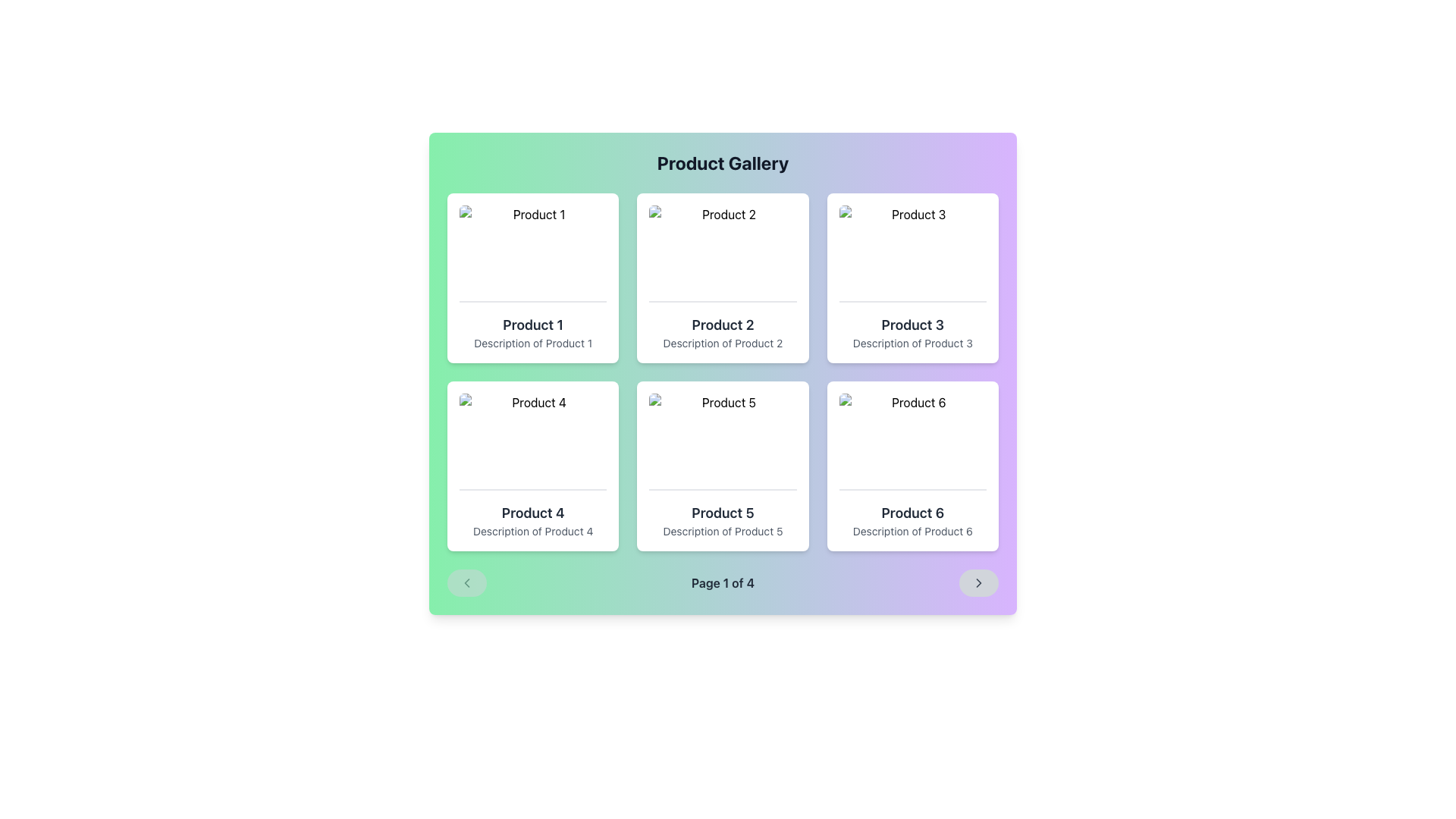 The image size is (1456, 819). I want to click on the product showcase card for Product 5, located in the second row and middle column of the product grid, between Product 4 and Product 6, so click(722, 465).